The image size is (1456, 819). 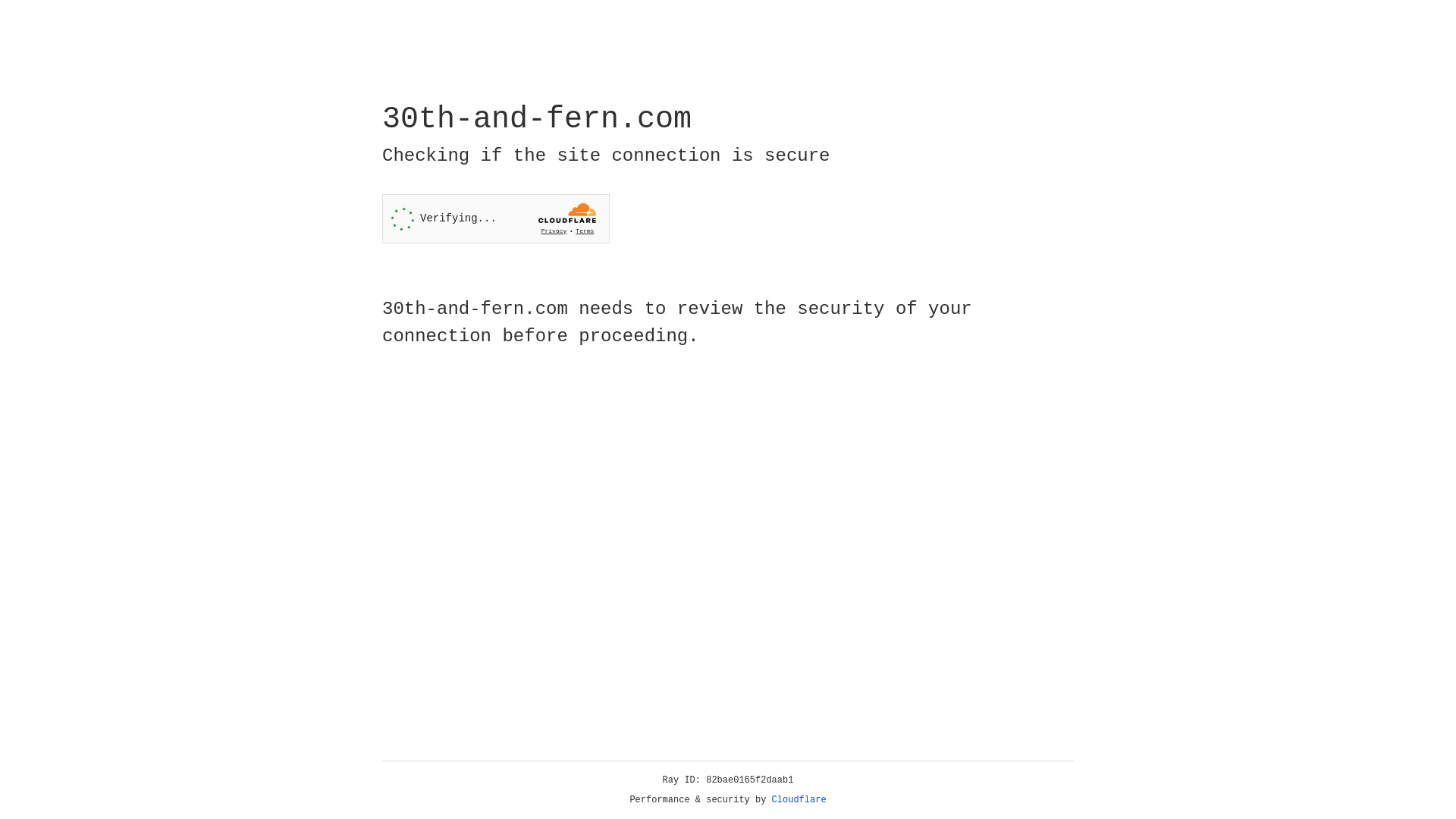 What do you see at coordinates (799, 799) in the screenshot?
I see `'Cloudflare'` at bounding box center [799, 799].